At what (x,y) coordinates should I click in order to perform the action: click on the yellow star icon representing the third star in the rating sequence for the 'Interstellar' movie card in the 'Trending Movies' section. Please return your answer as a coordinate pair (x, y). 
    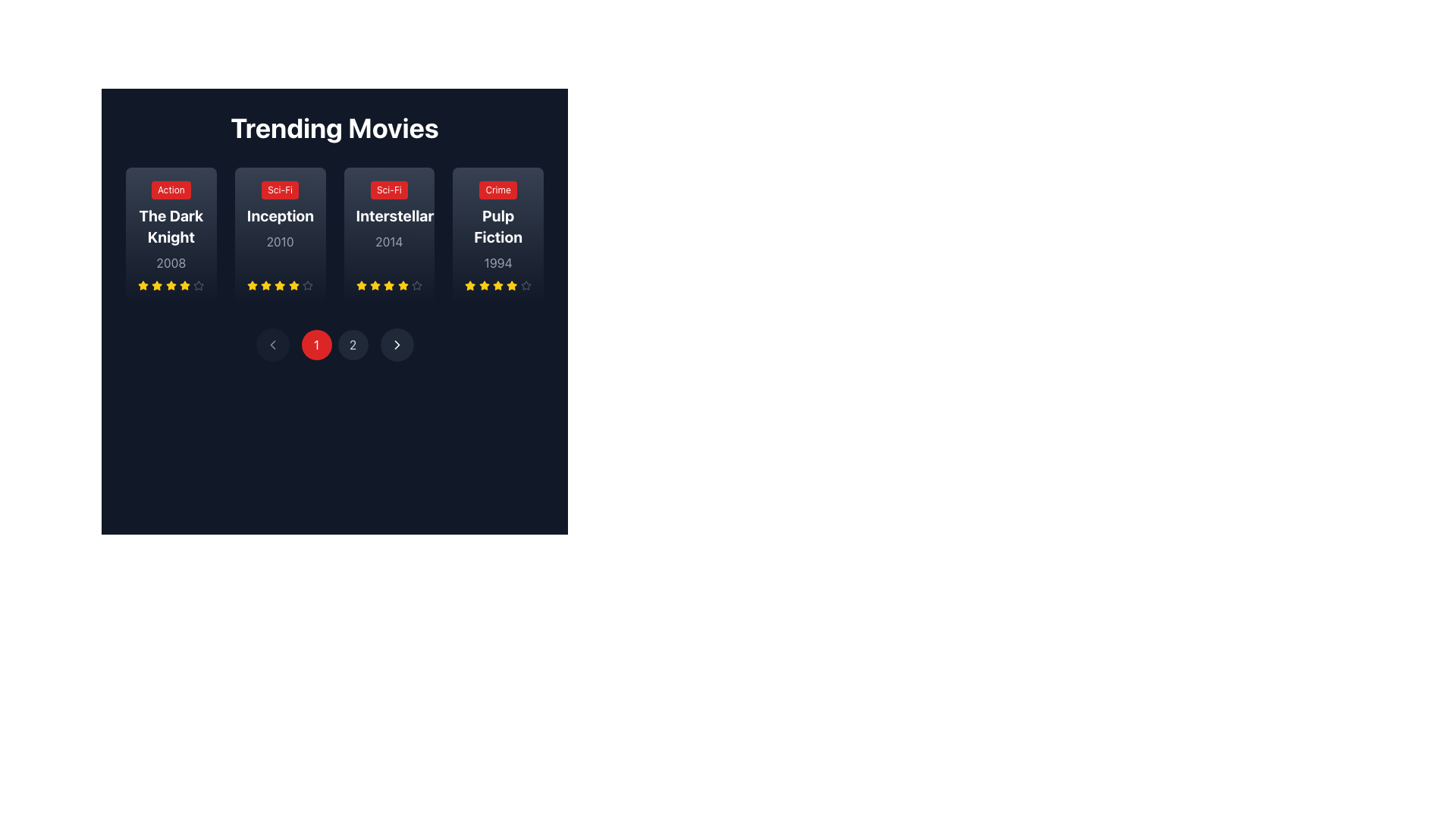
    Looking at the image, I should click on (403, 285).